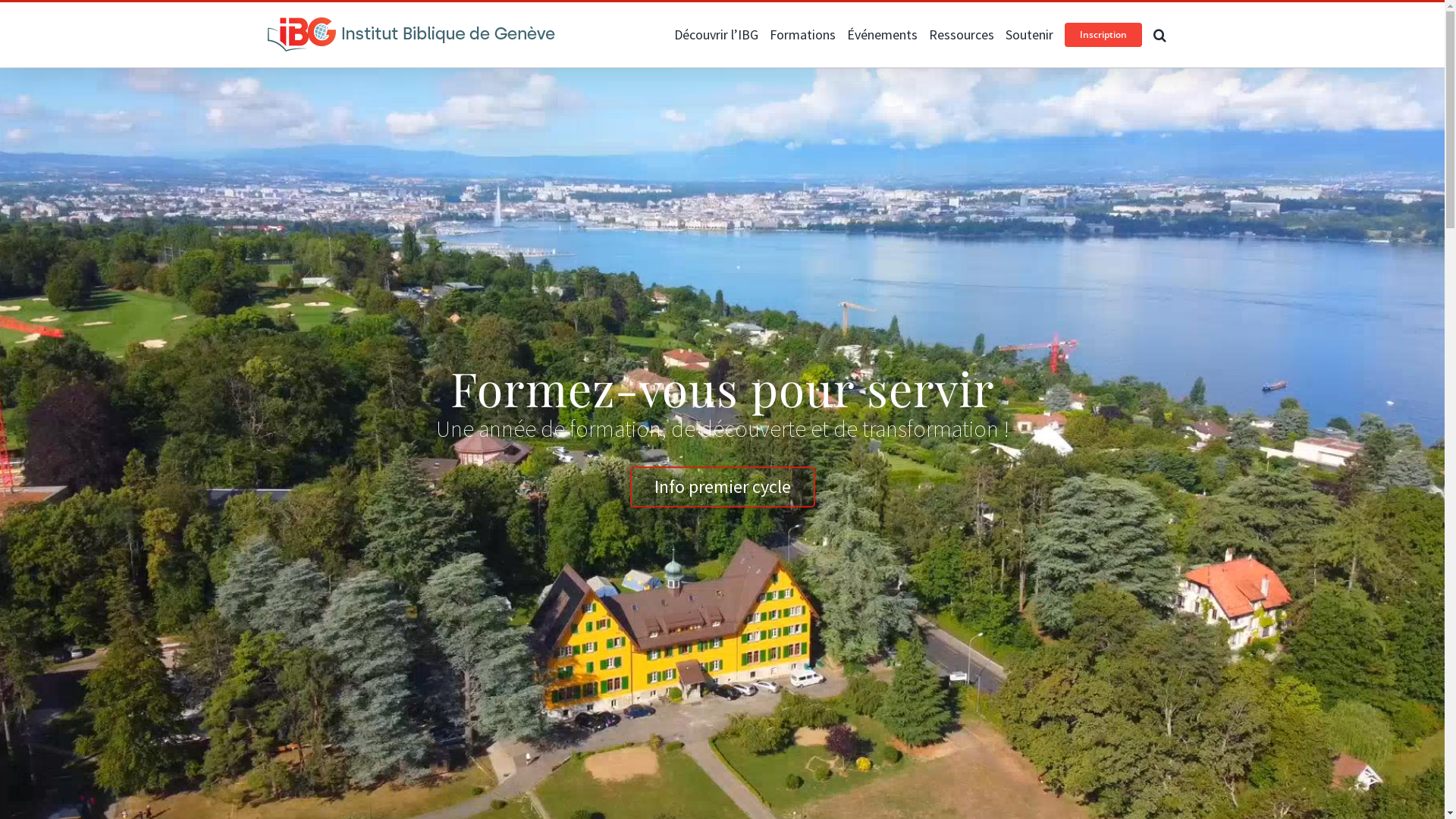 The image size is (1456, 819). What do you see at coordinates (300, 17) in the screenshot?
I see `'Instagram'` at bounding box center [300, 17].